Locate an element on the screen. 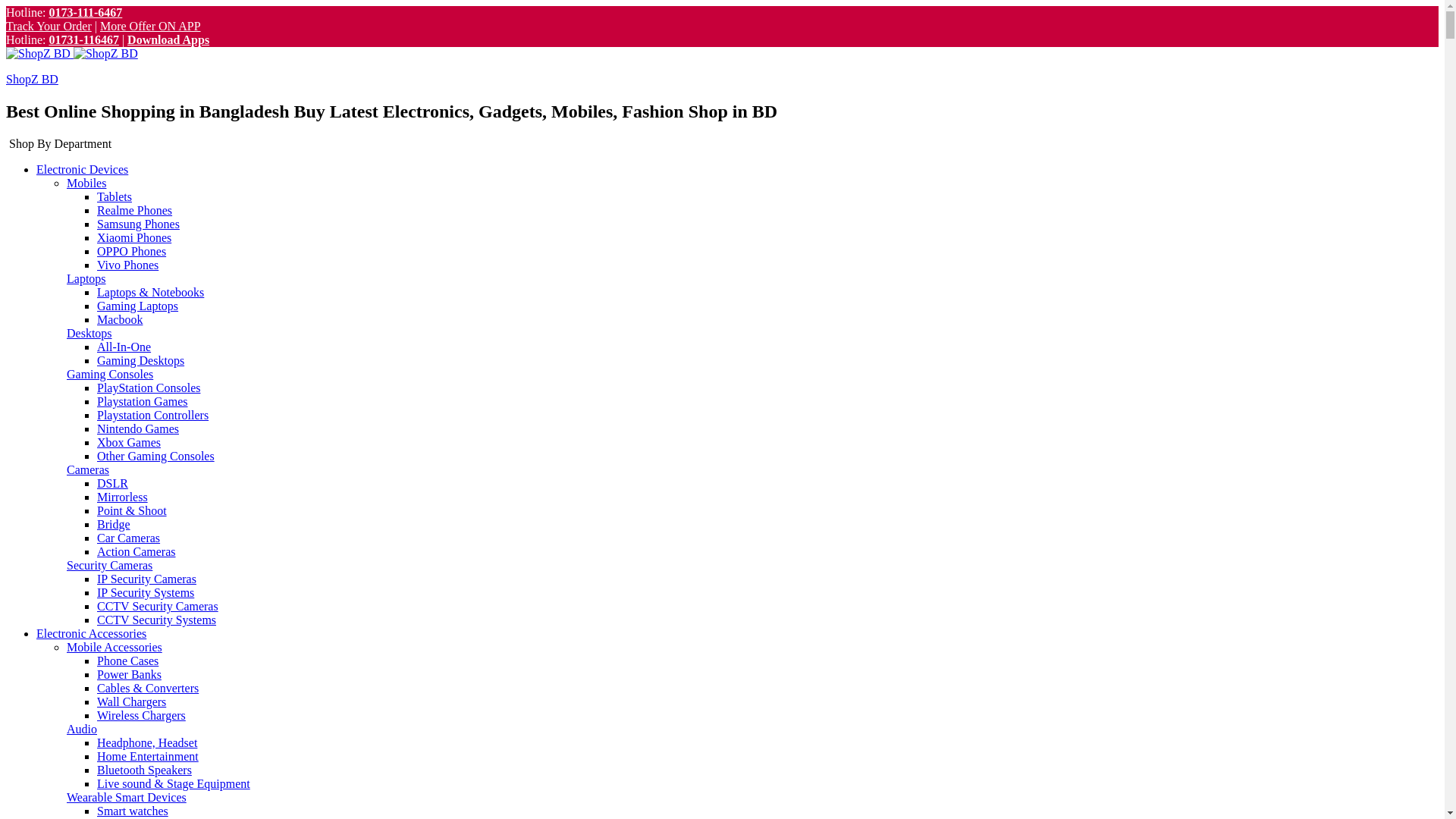 This screenshot has width=1456, height=819. 'More Offer ON APP' is located at coordinates (150, 26).